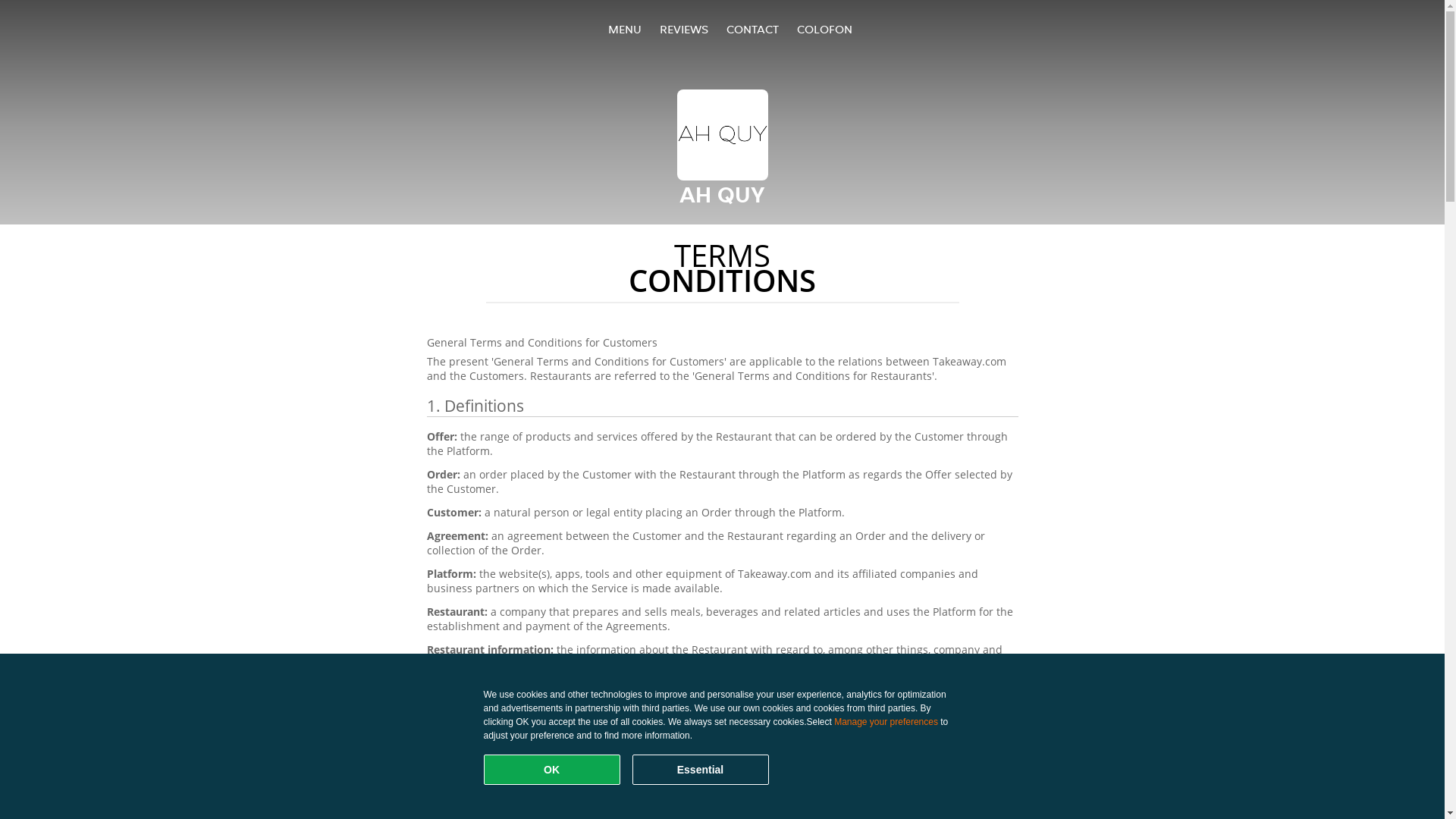 The width and height of the screenshot is (1456, 819). What do you see at coordinates (699, 769) in the screenshot?
I see `'Essential'` at bounding box center [699, 769].